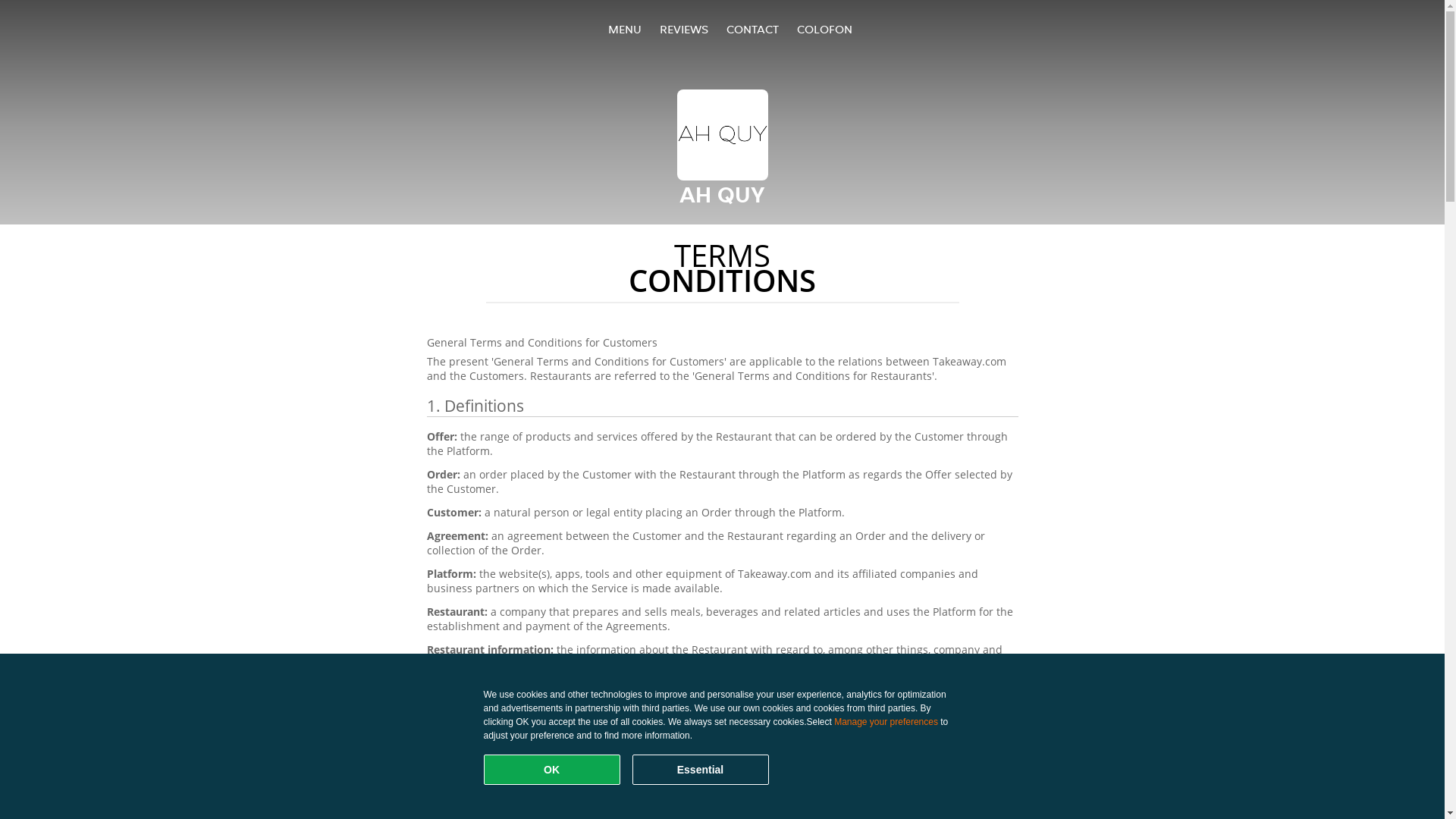 The width and height of the screenshot is (1456, 819). What do you see at coordinates (699, 769) in the screenshot?
I see `'Essential'` at bounding box center [699, 769].